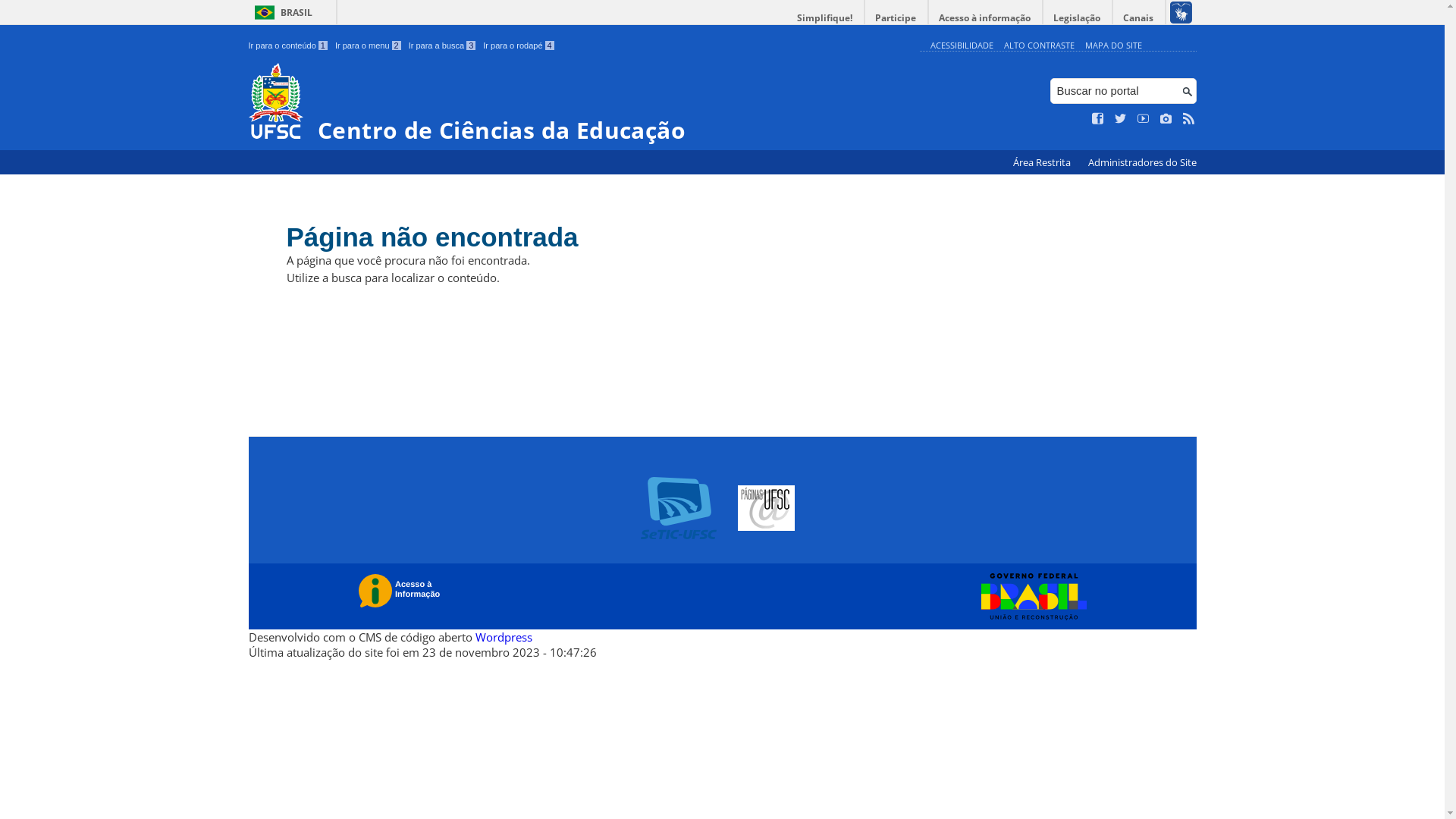 The height and width of the screenshot is (819, 1456). Describe the element at coordinates (1030, 595) in the screenshot. I see `'Governo Federal'` at that location.